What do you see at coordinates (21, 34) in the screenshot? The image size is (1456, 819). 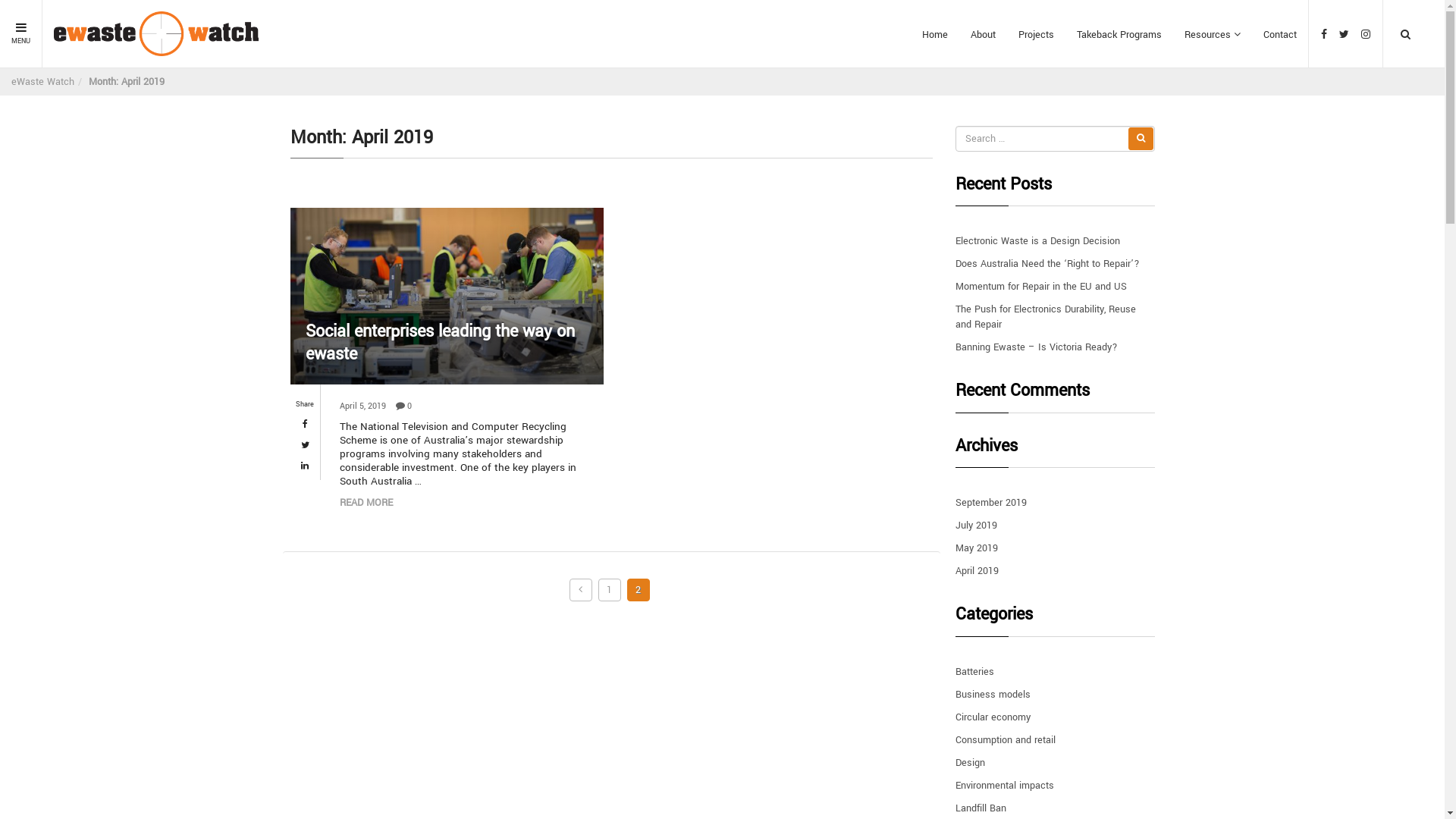 I see `'MENU'` at bounding box center [21, 34].